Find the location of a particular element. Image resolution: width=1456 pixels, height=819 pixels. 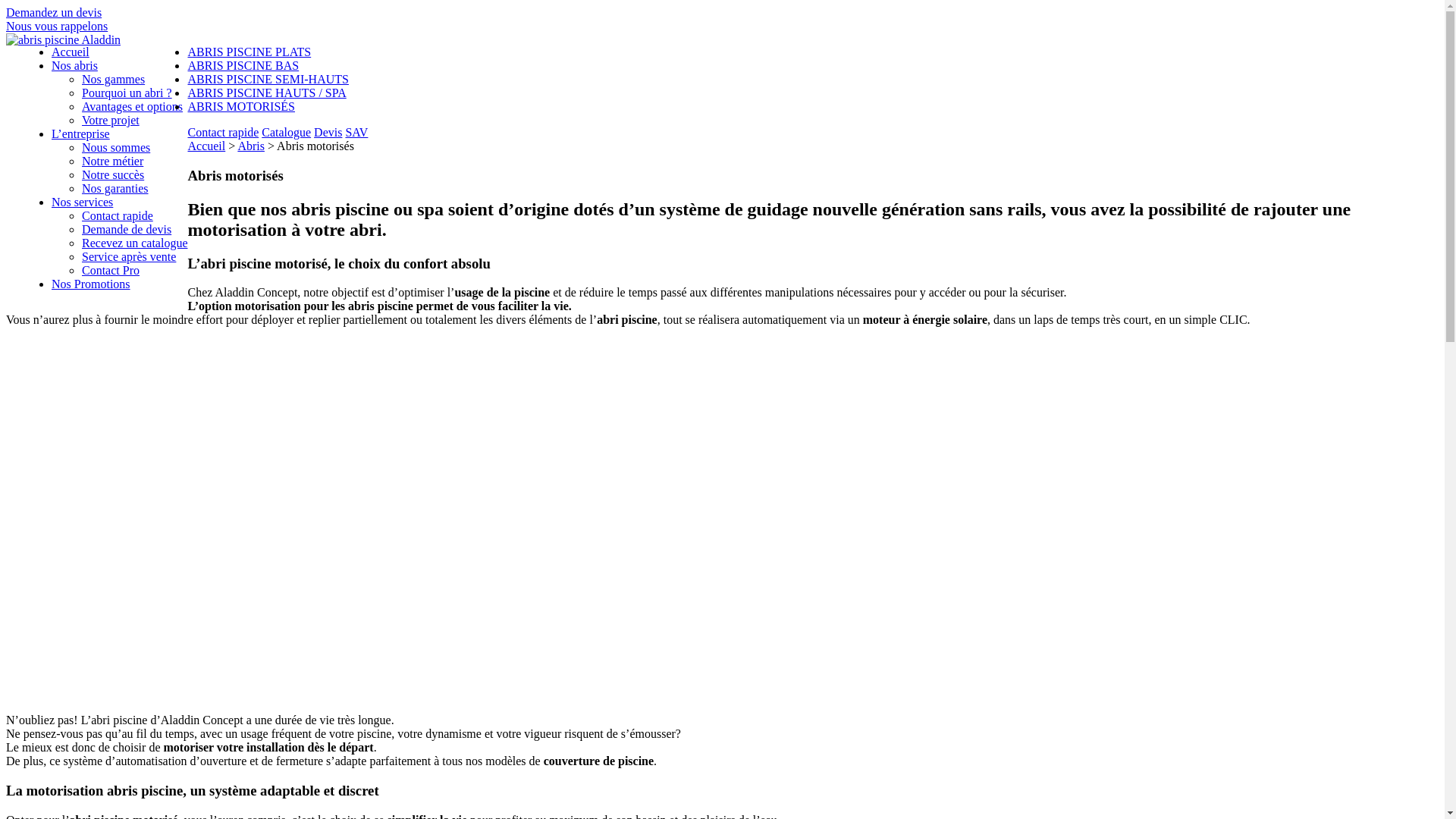

'Abris' is located at coordinates (251, 146).